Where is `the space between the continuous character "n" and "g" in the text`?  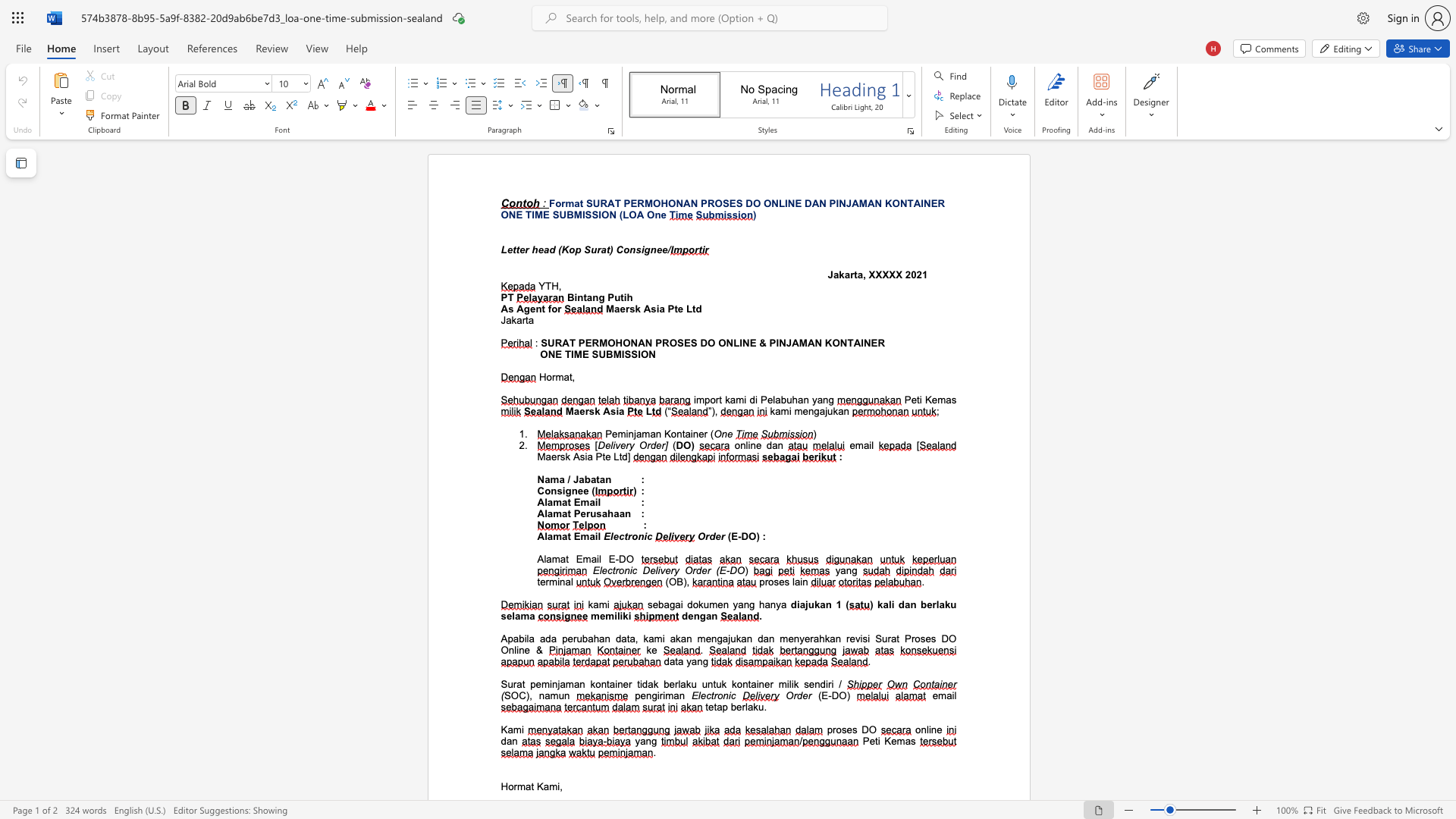
the space between the continuous character "n" and "g" in the text is located at coordinates (827, 399).